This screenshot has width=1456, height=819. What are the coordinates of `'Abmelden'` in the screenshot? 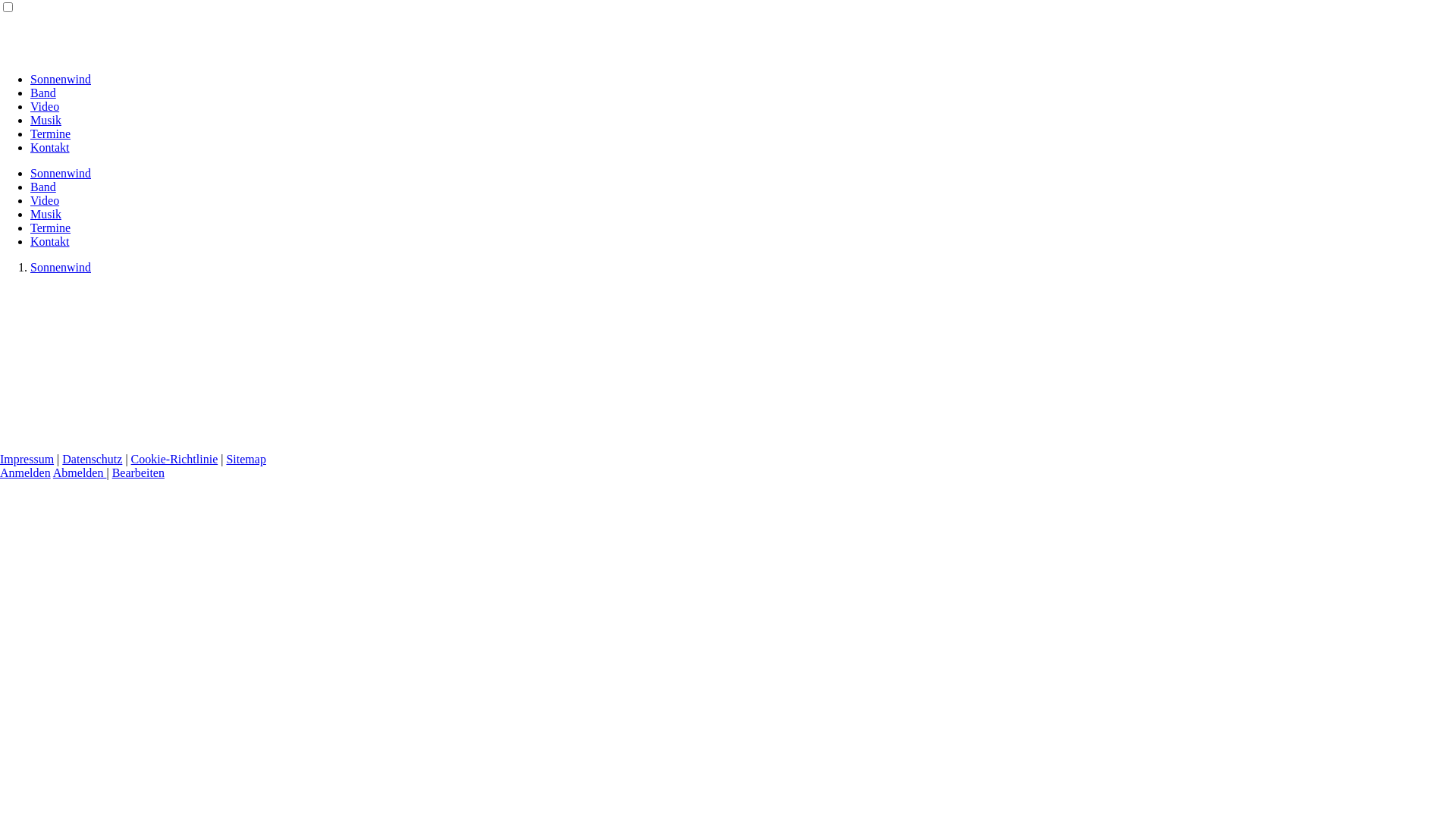 It's located at (79, 472).